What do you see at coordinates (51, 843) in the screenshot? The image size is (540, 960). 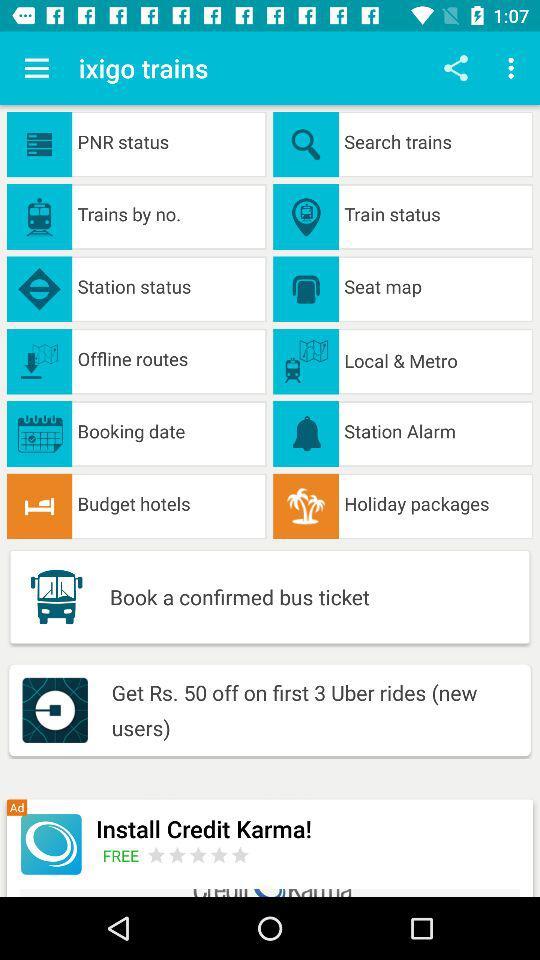 I see `logo part of advertisement` at bounding box center [51, 843].